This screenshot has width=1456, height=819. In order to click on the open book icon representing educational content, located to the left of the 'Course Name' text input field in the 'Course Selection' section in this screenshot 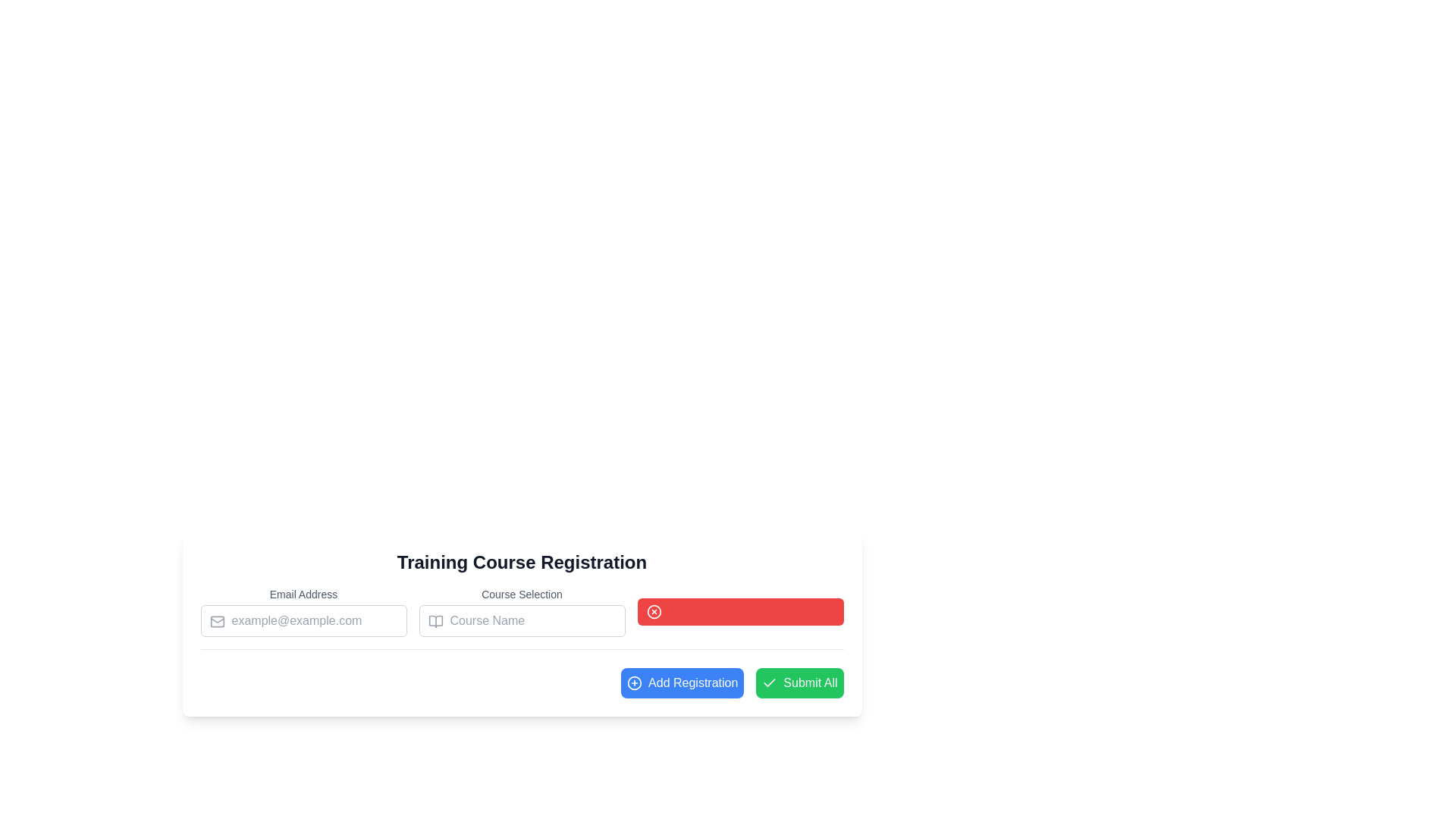, I will do `click(435, 622)`.